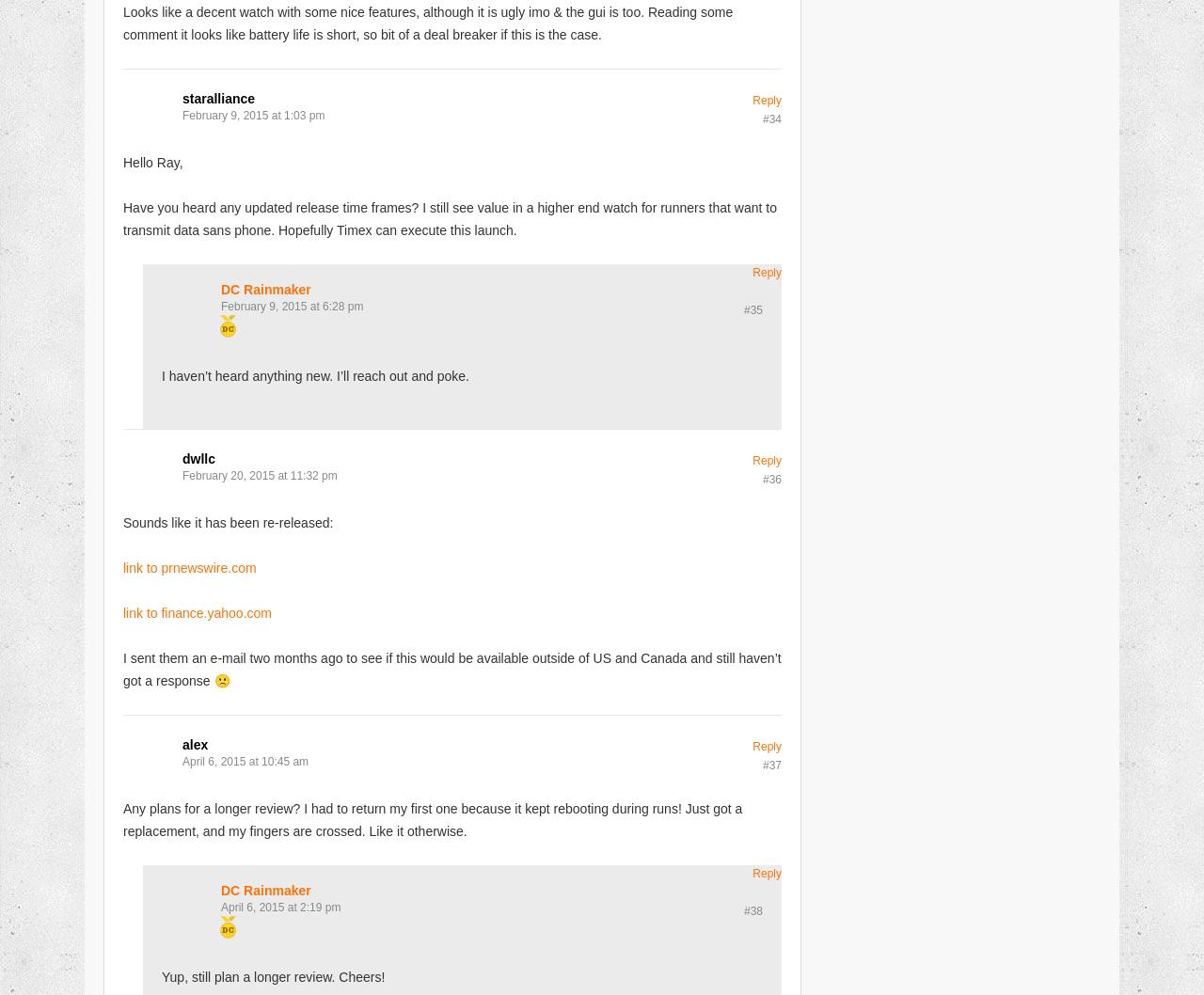  Describe the element at coordinates (451, 668) in the screenshot. I see `'I sent them an e-mail two months ago to see if this would be available outside of US and Canada and still haven’t got a response 🙁'` at that location.